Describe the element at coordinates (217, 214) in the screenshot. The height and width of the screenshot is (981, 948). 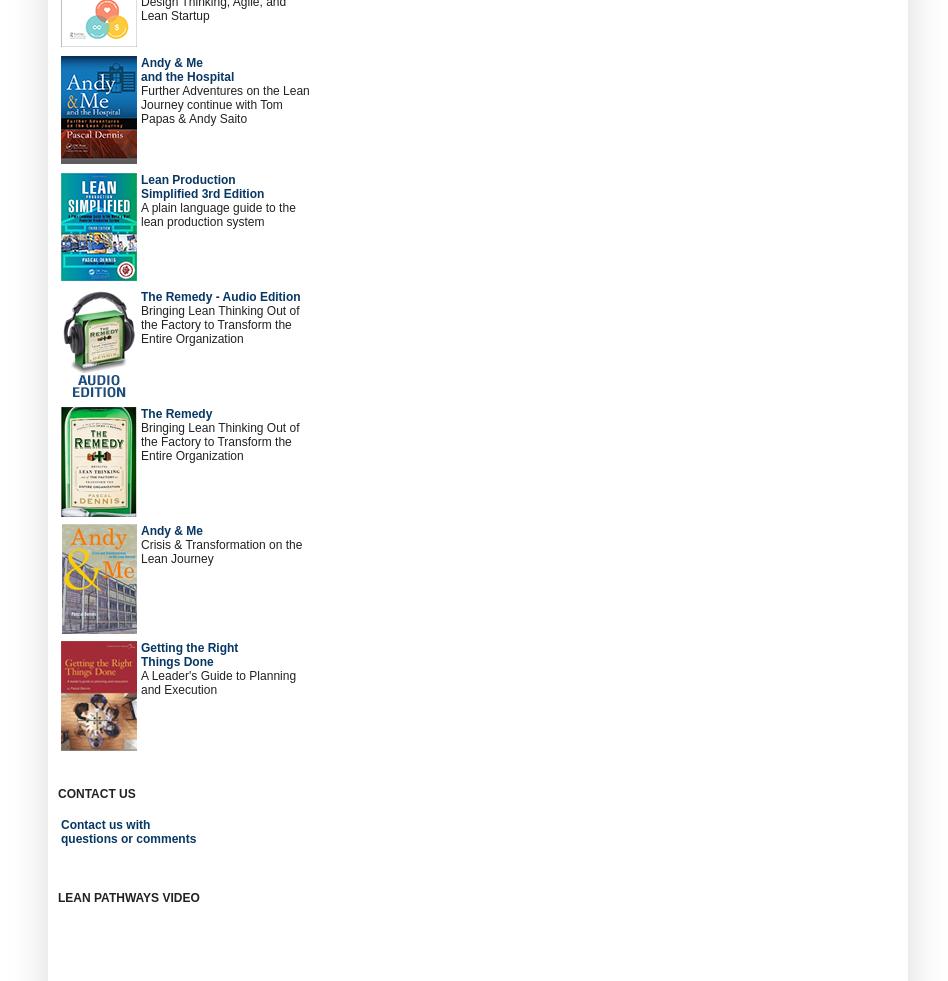
I see `'A plain language guide to the lean production system'` at that location.